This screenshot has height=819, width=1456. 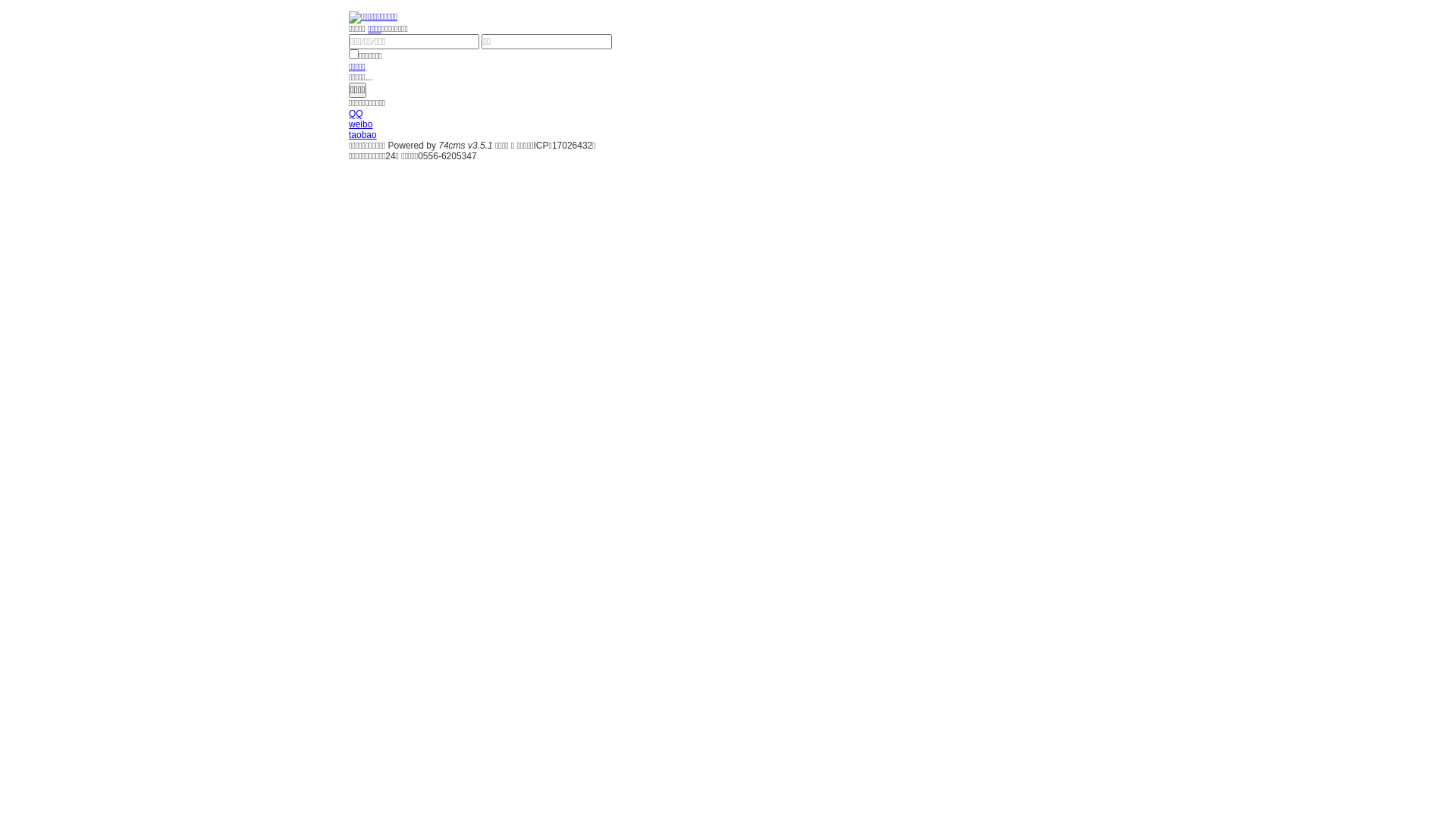 What do you see at coordinates (348, 113) in the screenshot?
I see `'QQ'` at bounding box center [348, 113].